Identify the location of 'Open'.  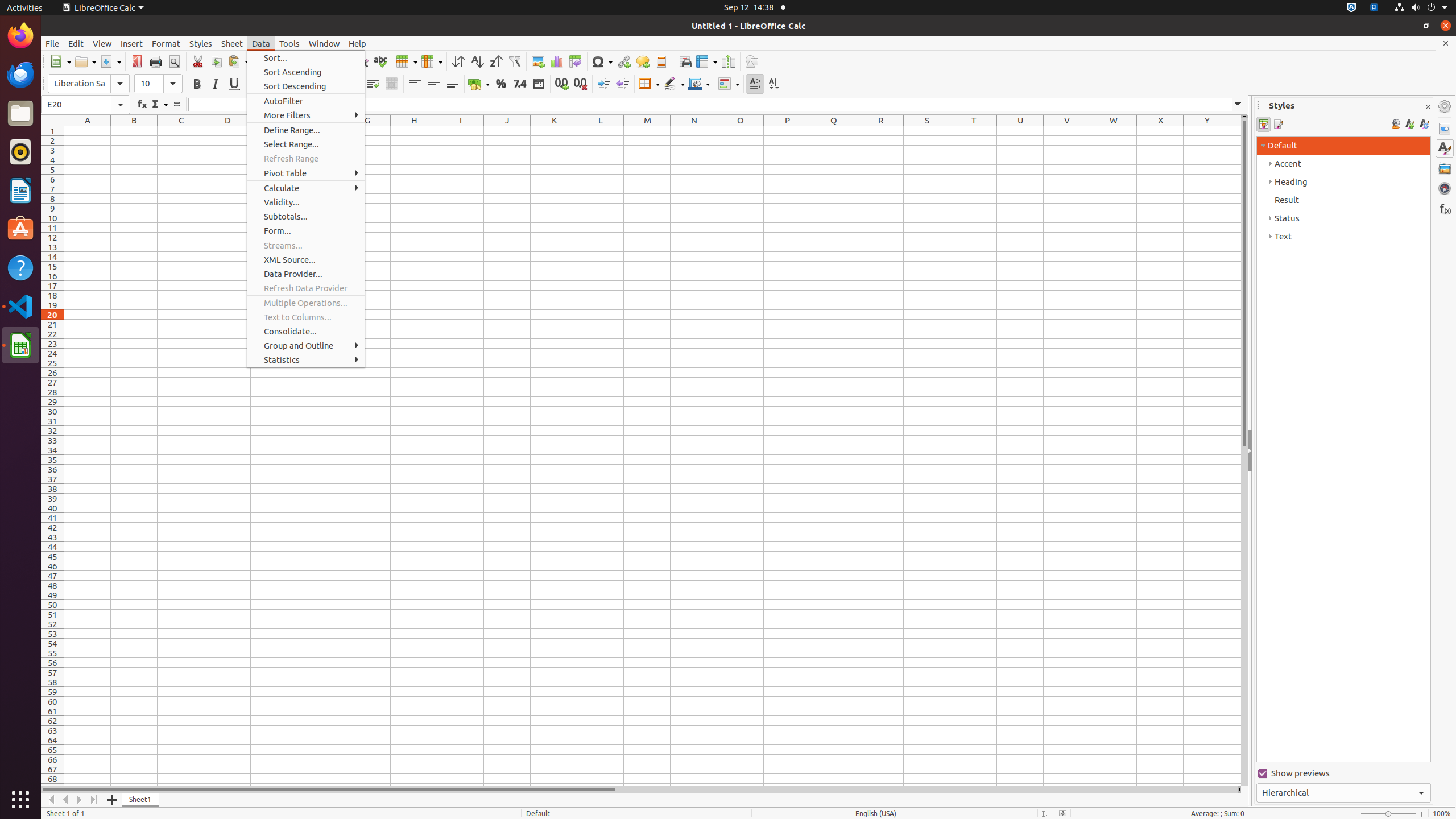
(85, 61).